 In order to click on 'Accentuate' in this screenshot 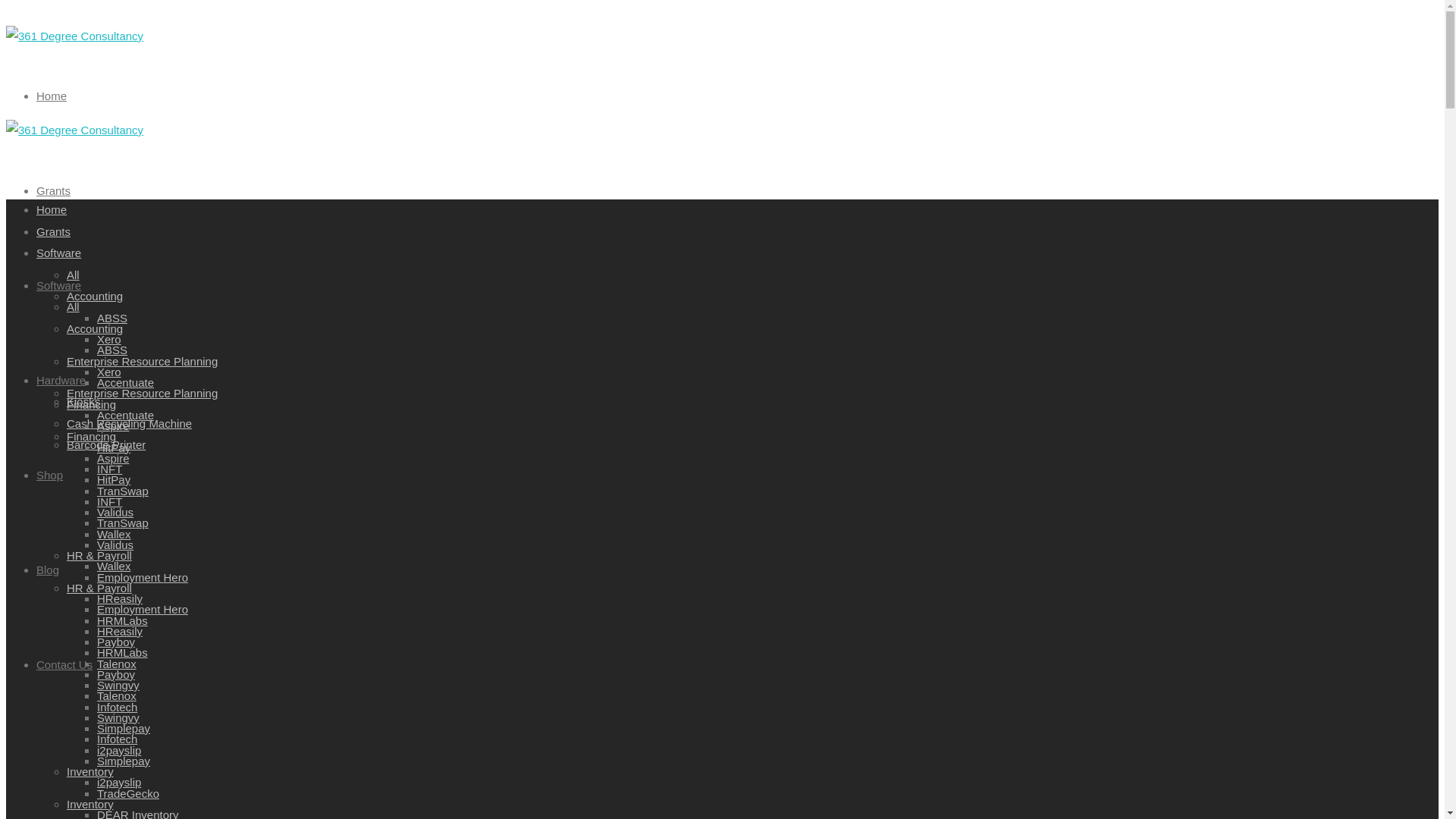, I will do `click(125, 414)`.